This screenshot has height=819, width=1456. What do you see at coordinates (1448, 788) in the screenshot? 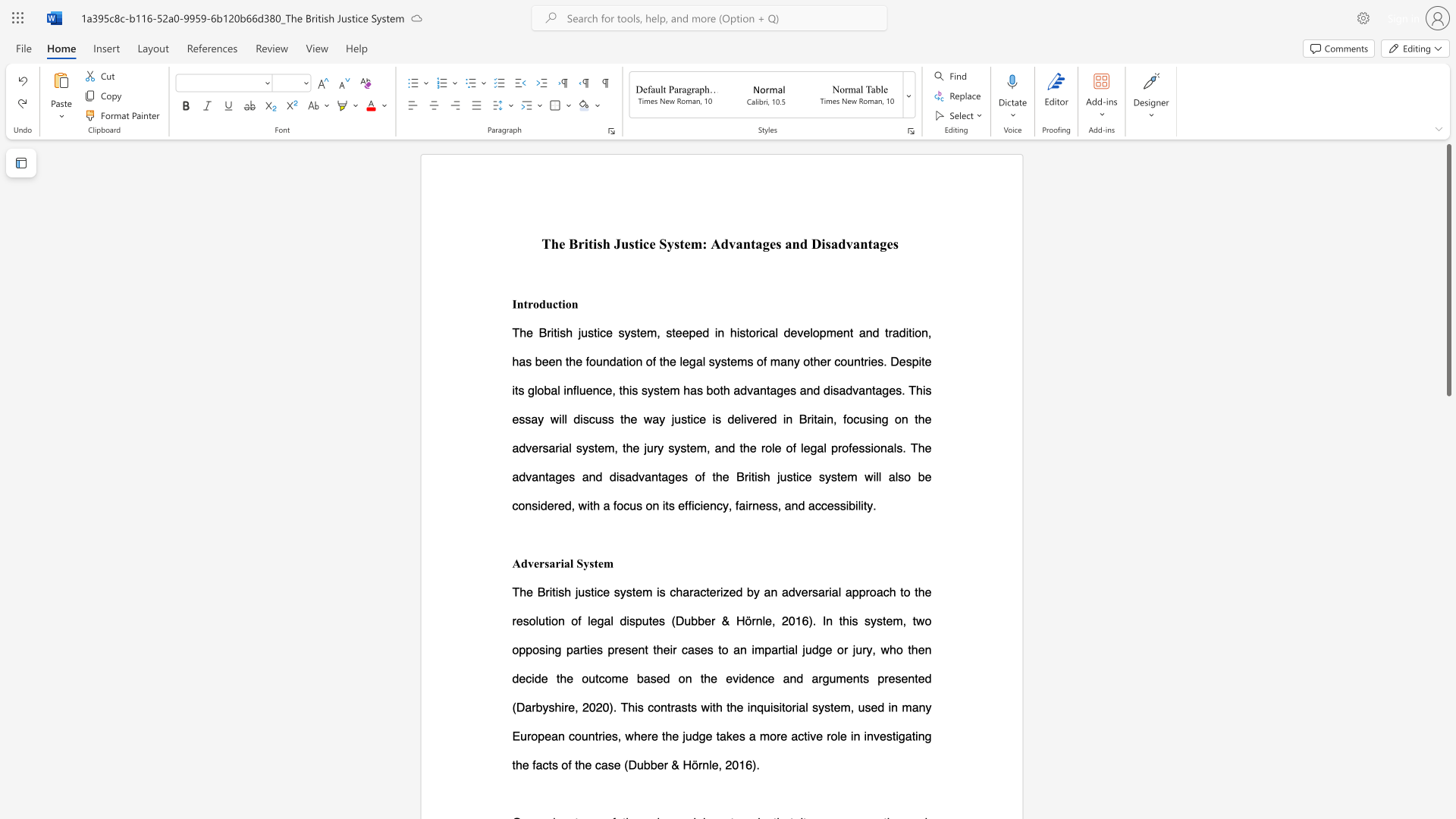
I see `the side scrollbar to bring the page down` at bounding box center [1448, 788].